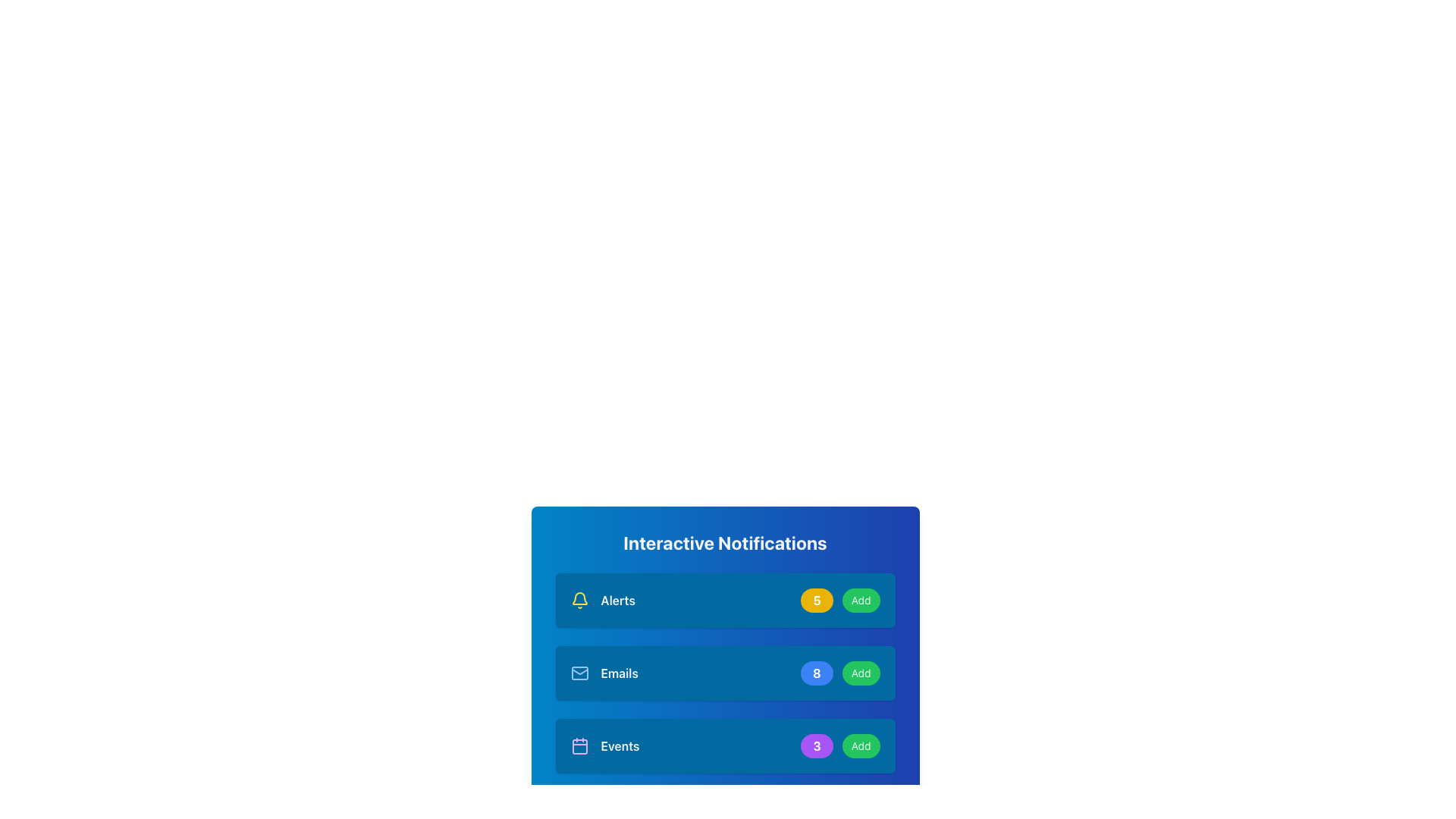 The width and height of the screenshot is (1456, 819). I want to click on the green 'Add' button with rounded corners located in the last row of the list, so click(861, 745).